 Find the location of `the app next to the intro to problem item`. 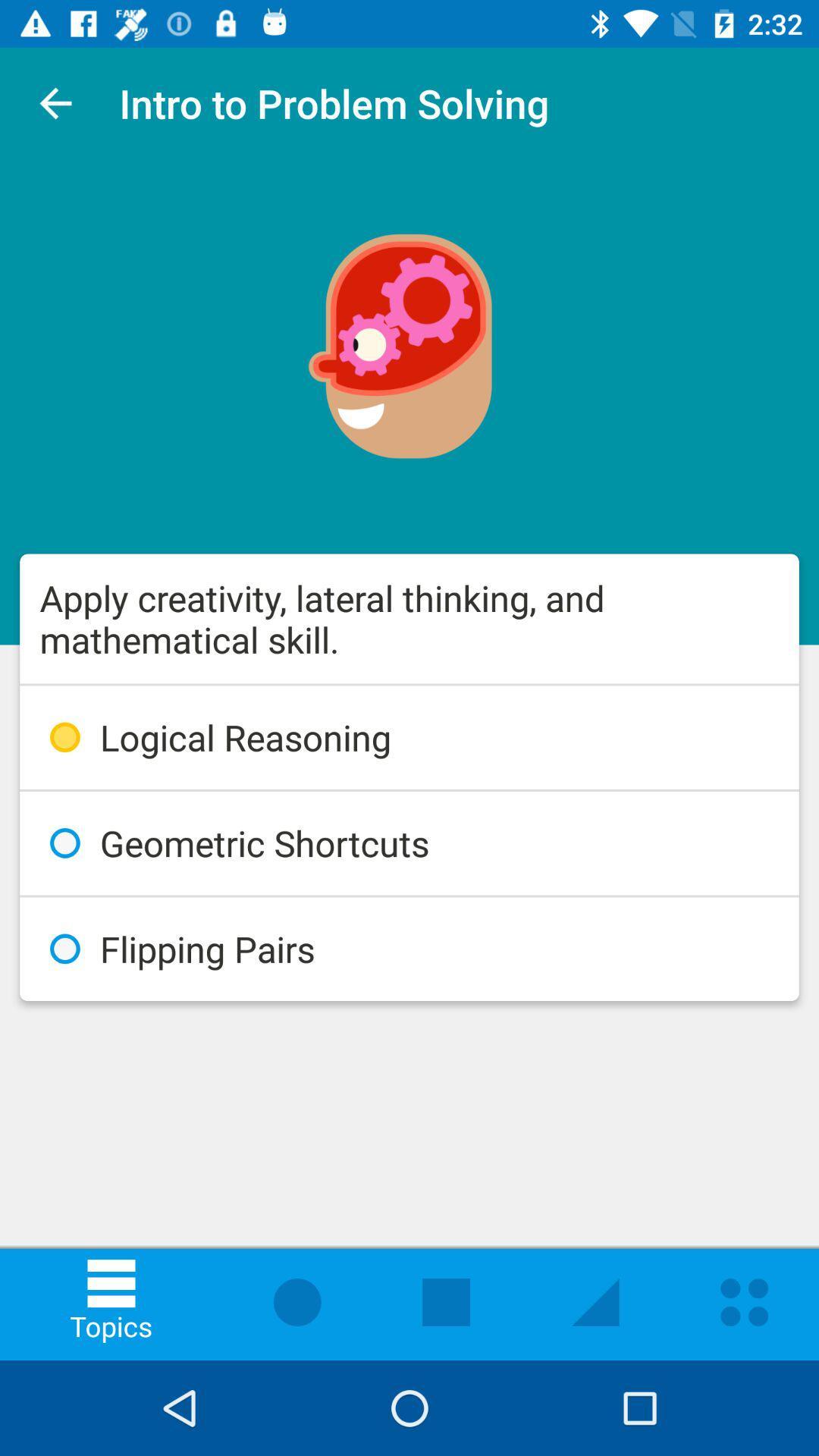

the app next to the intro to problem item is located at coordinates (55, 102).